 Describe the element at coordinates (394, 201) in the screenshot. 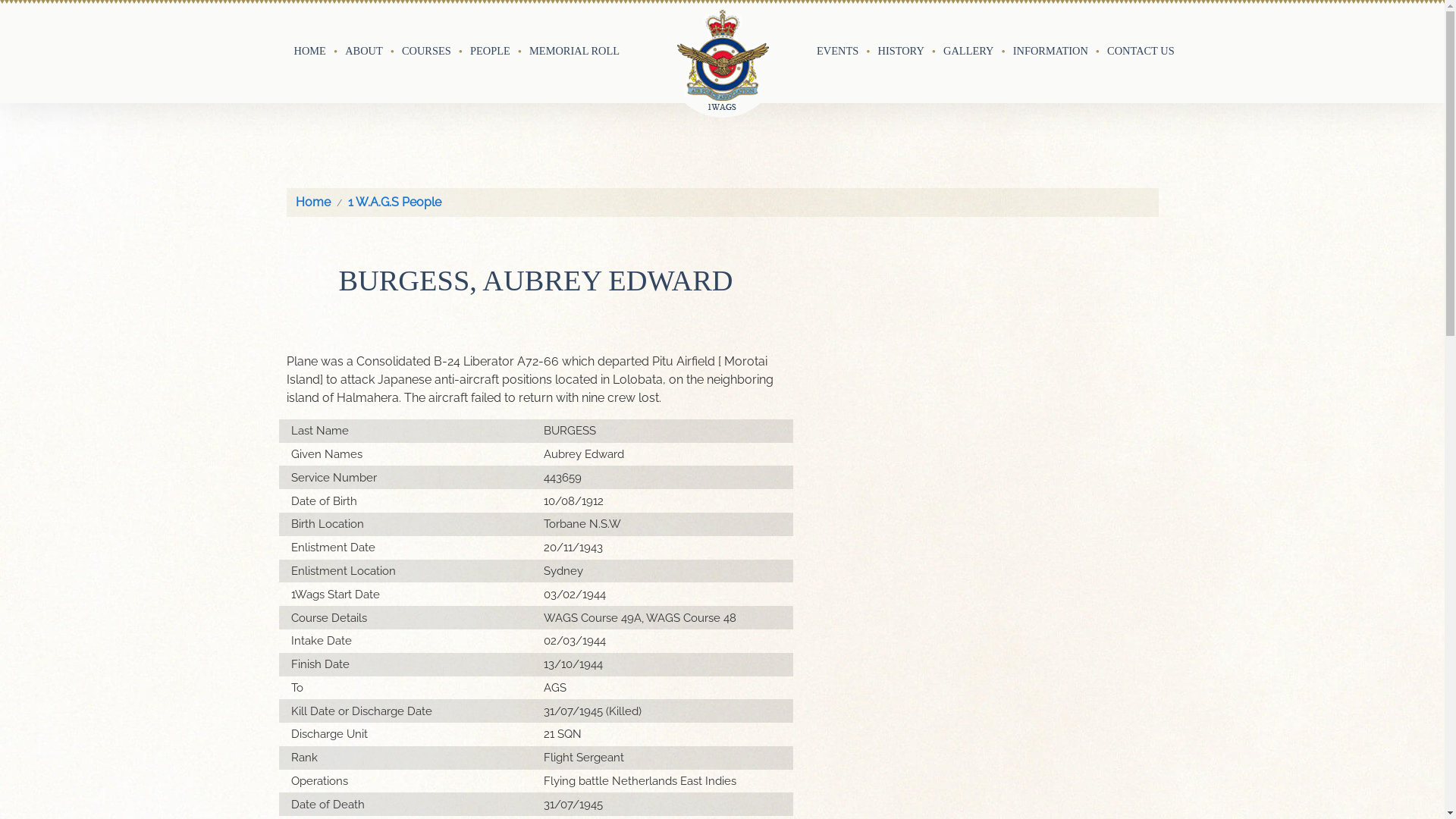

I see `'1 W.A.G.S People'` at that location.